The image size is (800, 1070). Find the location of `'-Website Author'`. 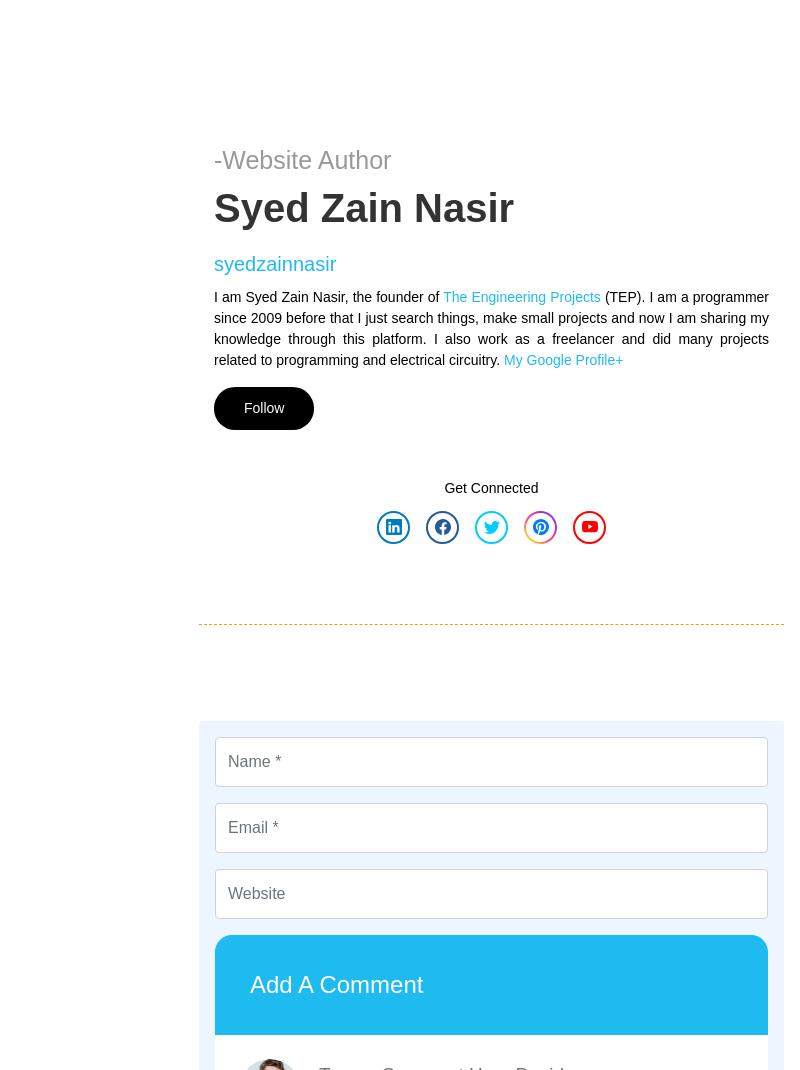

'-Website Author' is located at coordinates (301, 159).